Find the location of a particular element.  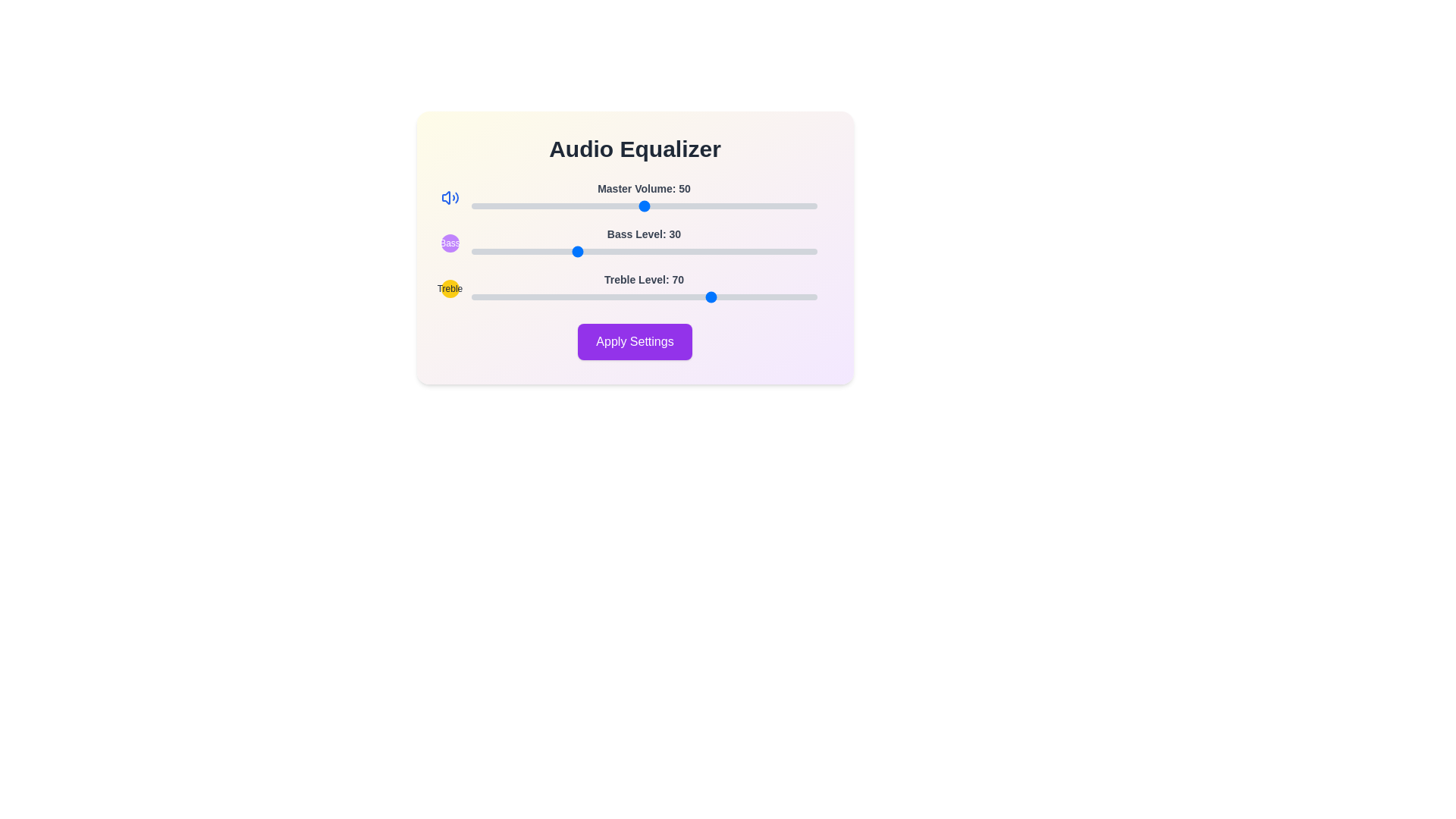

the master volume is located at coordinates (588, 206).